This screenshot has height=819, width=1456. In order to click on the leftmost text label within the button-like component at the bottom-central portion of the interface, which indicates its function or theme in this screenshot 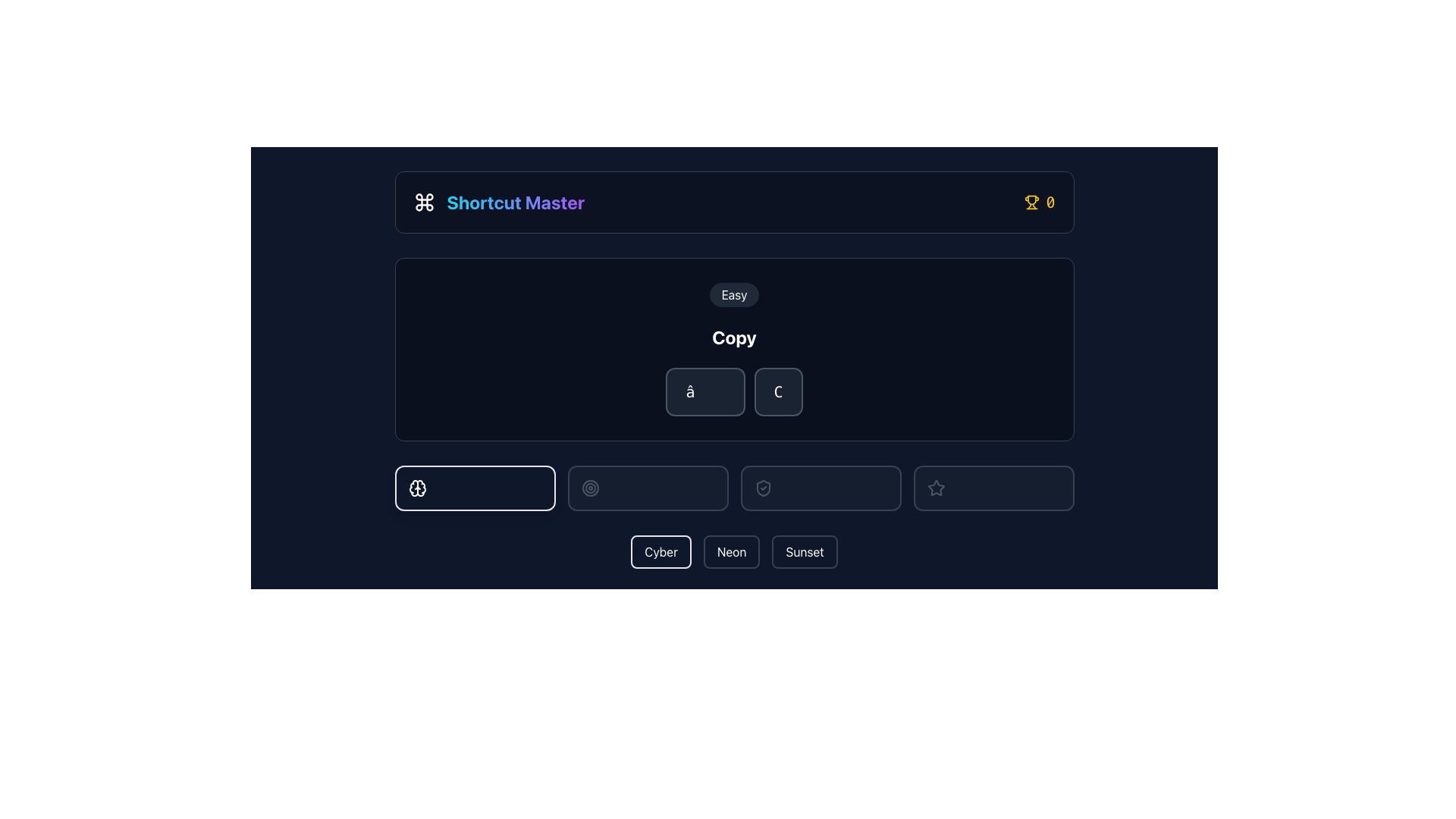, I will do `click(661, 552)`.